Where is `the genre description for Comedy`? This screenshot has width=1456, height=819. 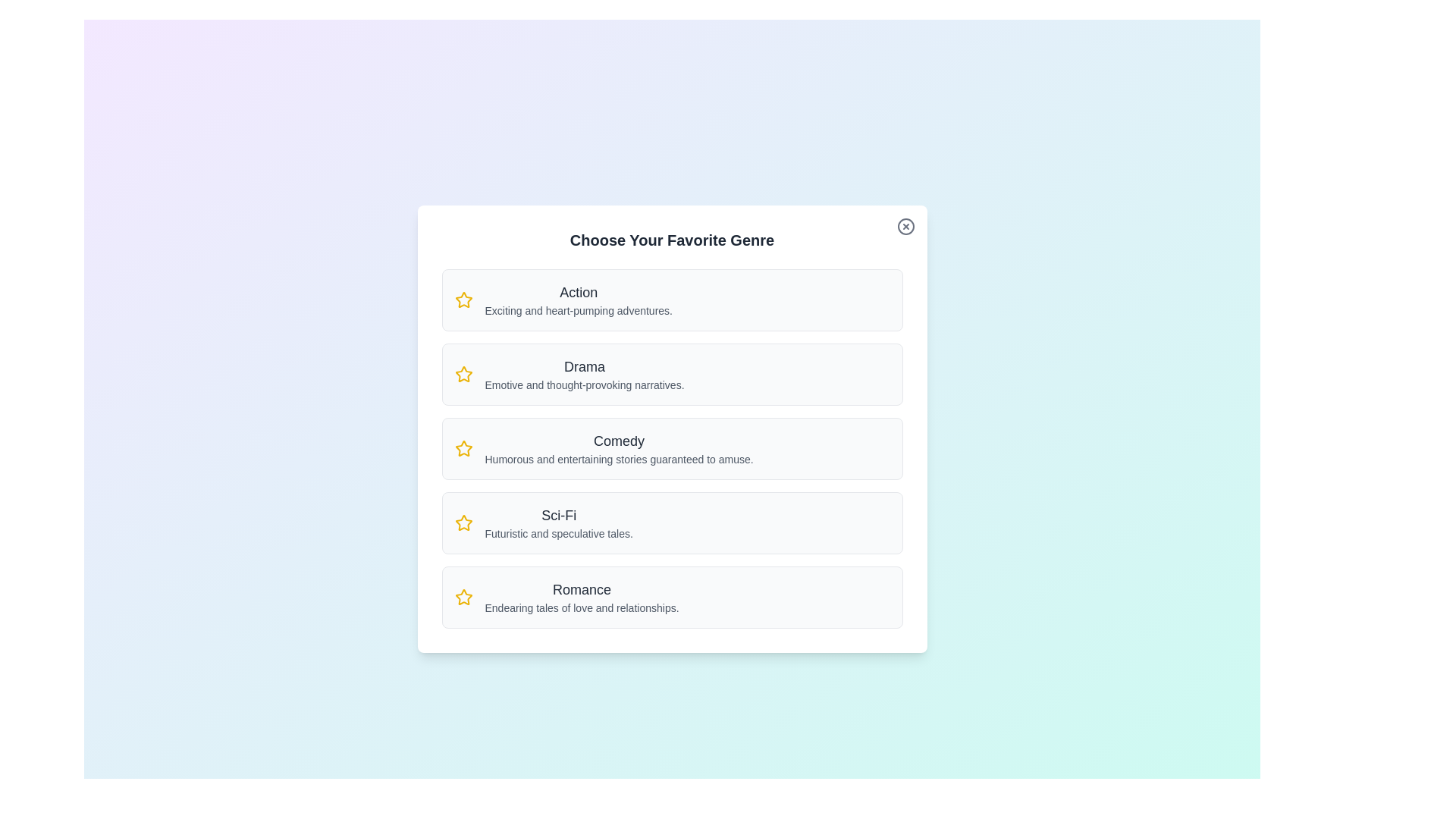
the genre description for Comedy is located at coordinates (619, 447).